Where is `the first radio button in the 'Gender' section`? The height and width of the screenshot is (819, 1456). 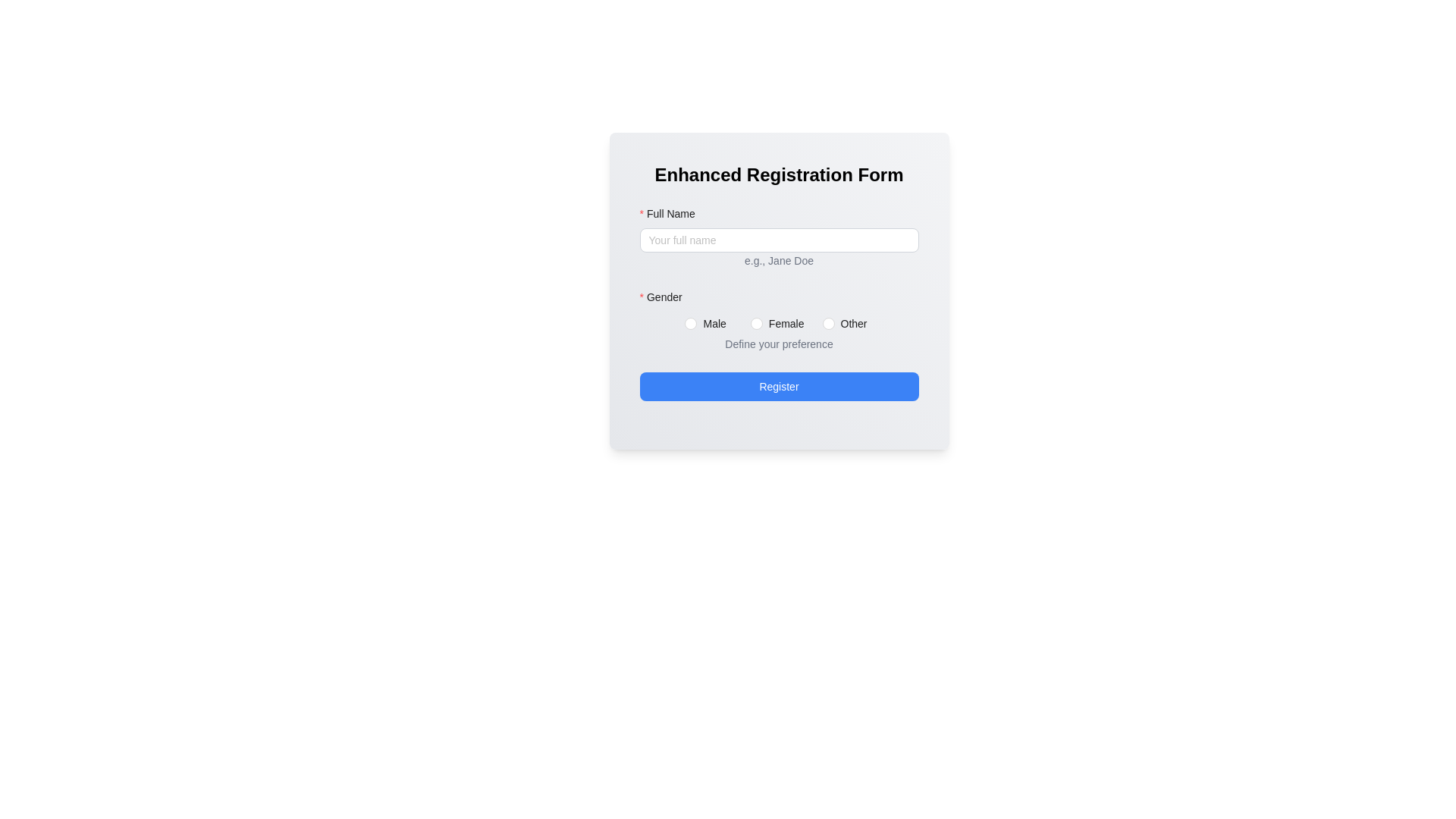
the first radio button in the 'Gender' section is located at coordinates (708, 323).